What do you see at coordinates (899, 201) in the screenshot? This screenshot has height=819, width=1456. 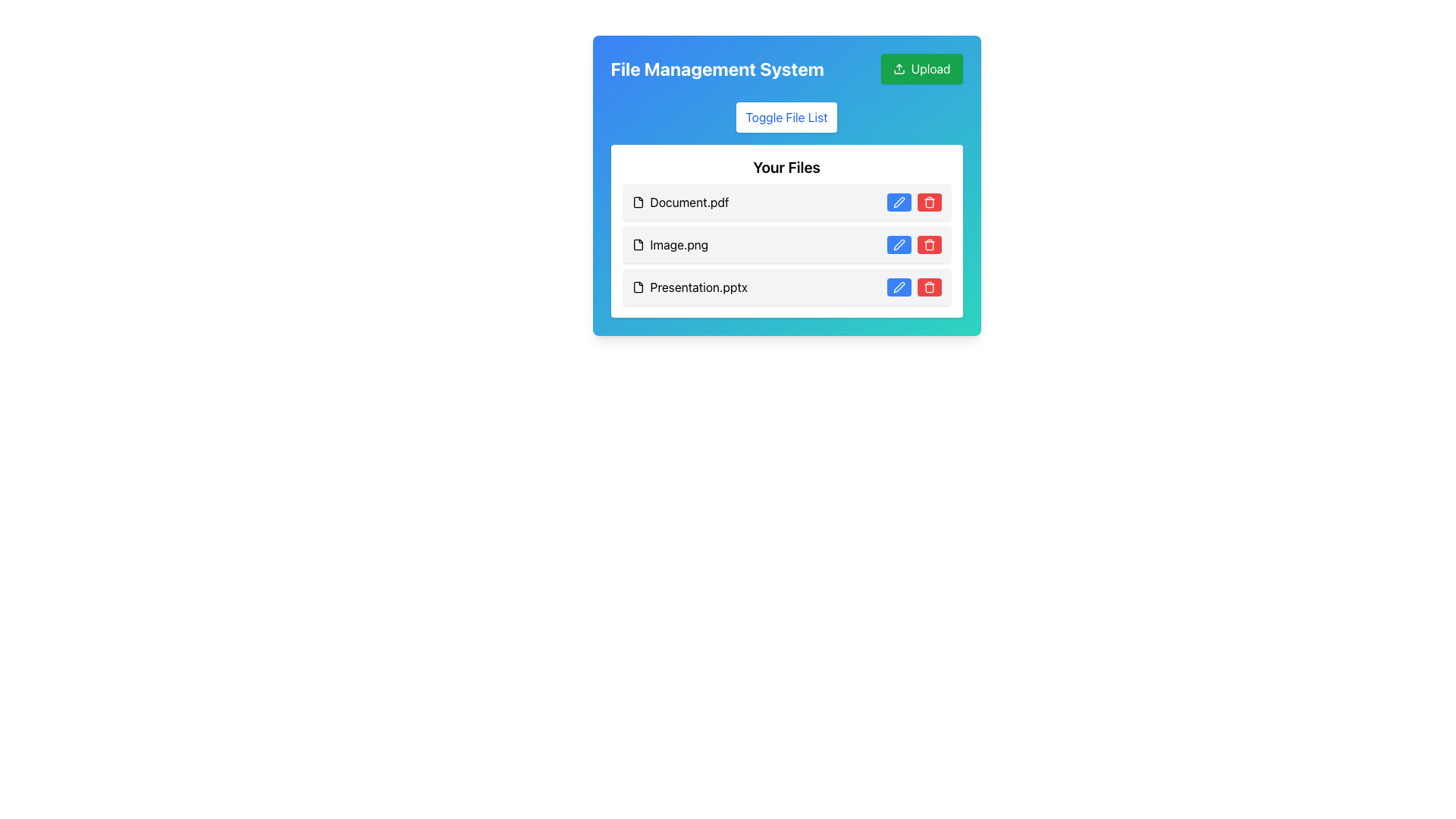 I see `the pen icon button located in the second row of the file list` at bounding box center [899, 201].